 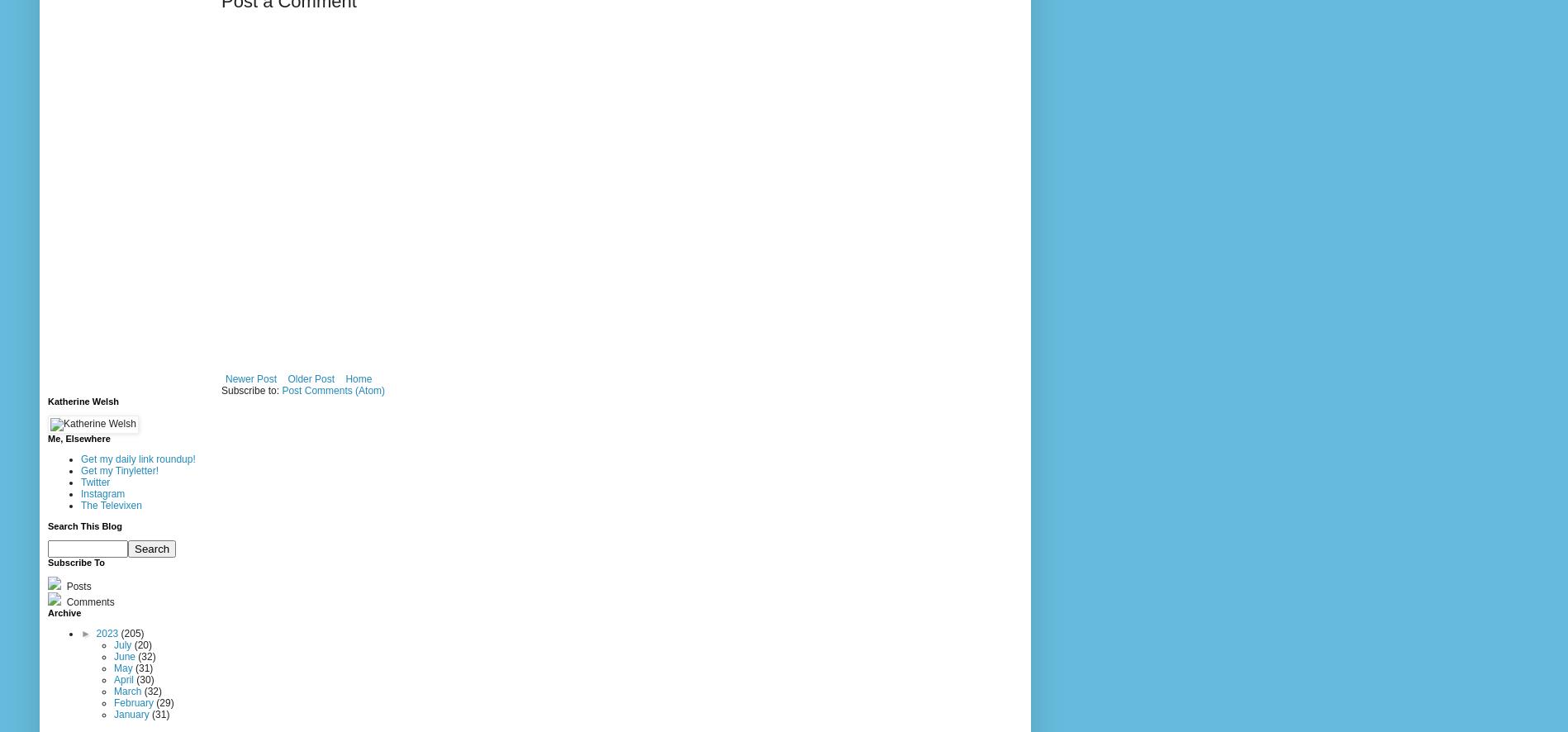 I want to click on 'Posts', so click(x=64, y=587).